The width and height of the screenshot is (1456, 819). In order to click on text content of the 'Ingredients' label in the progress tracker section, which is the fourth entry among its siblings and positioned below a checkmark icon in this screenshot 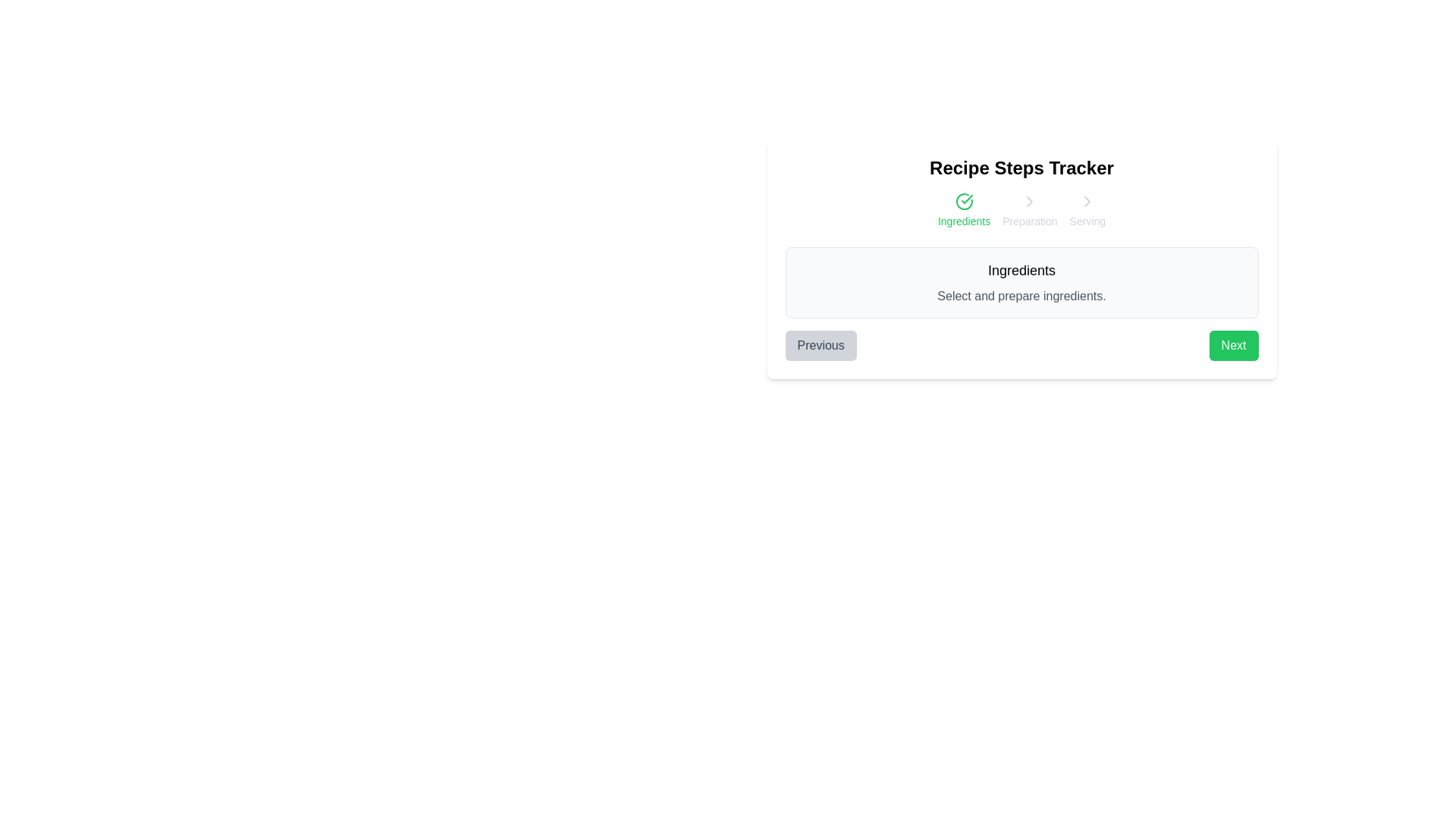, I will do `click(963, 221)`.